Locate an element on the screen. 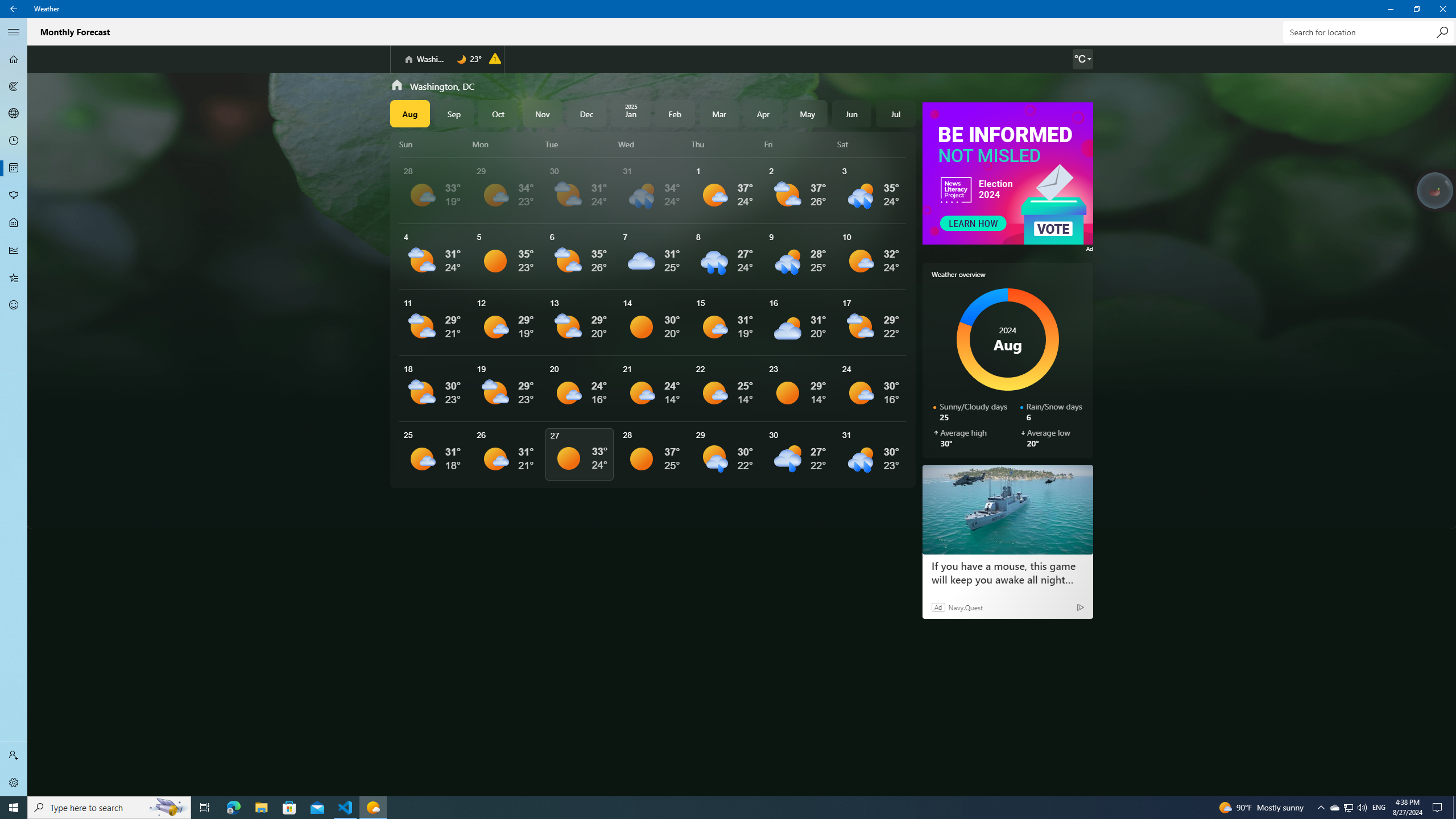  'Task View' is located at coordinates (204, 806).